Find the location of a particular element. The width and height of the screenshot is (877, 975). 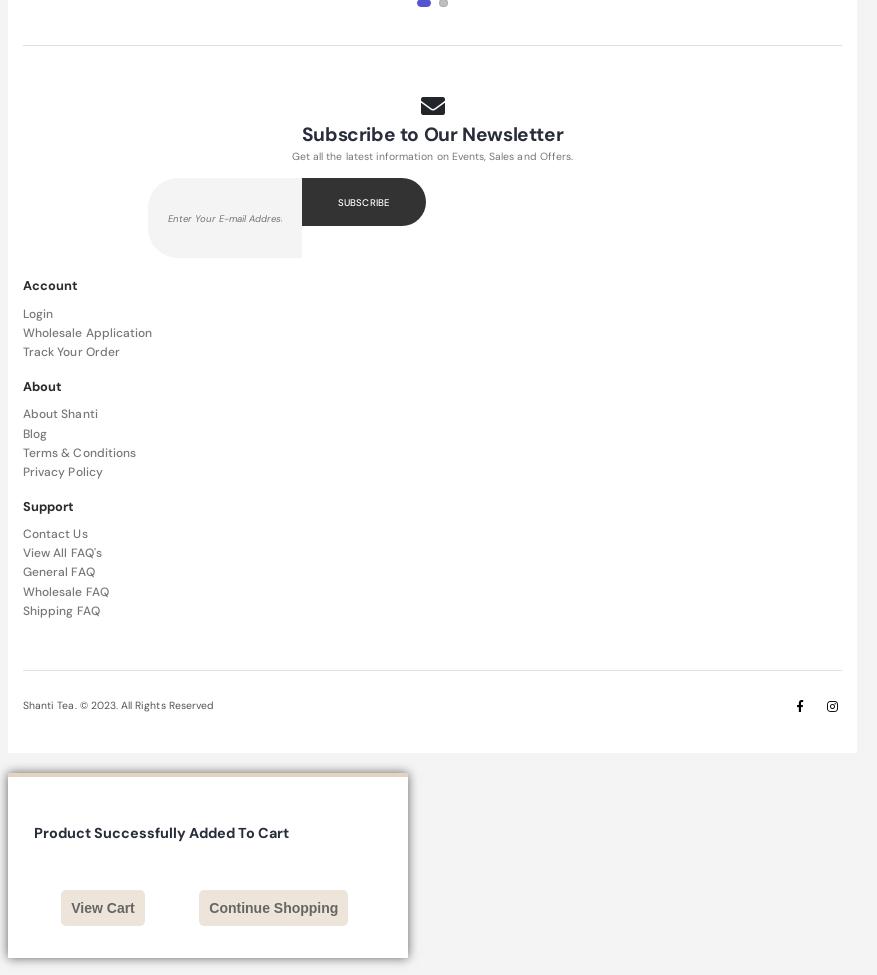

'View Cart' is located at coordinates (101, 906).